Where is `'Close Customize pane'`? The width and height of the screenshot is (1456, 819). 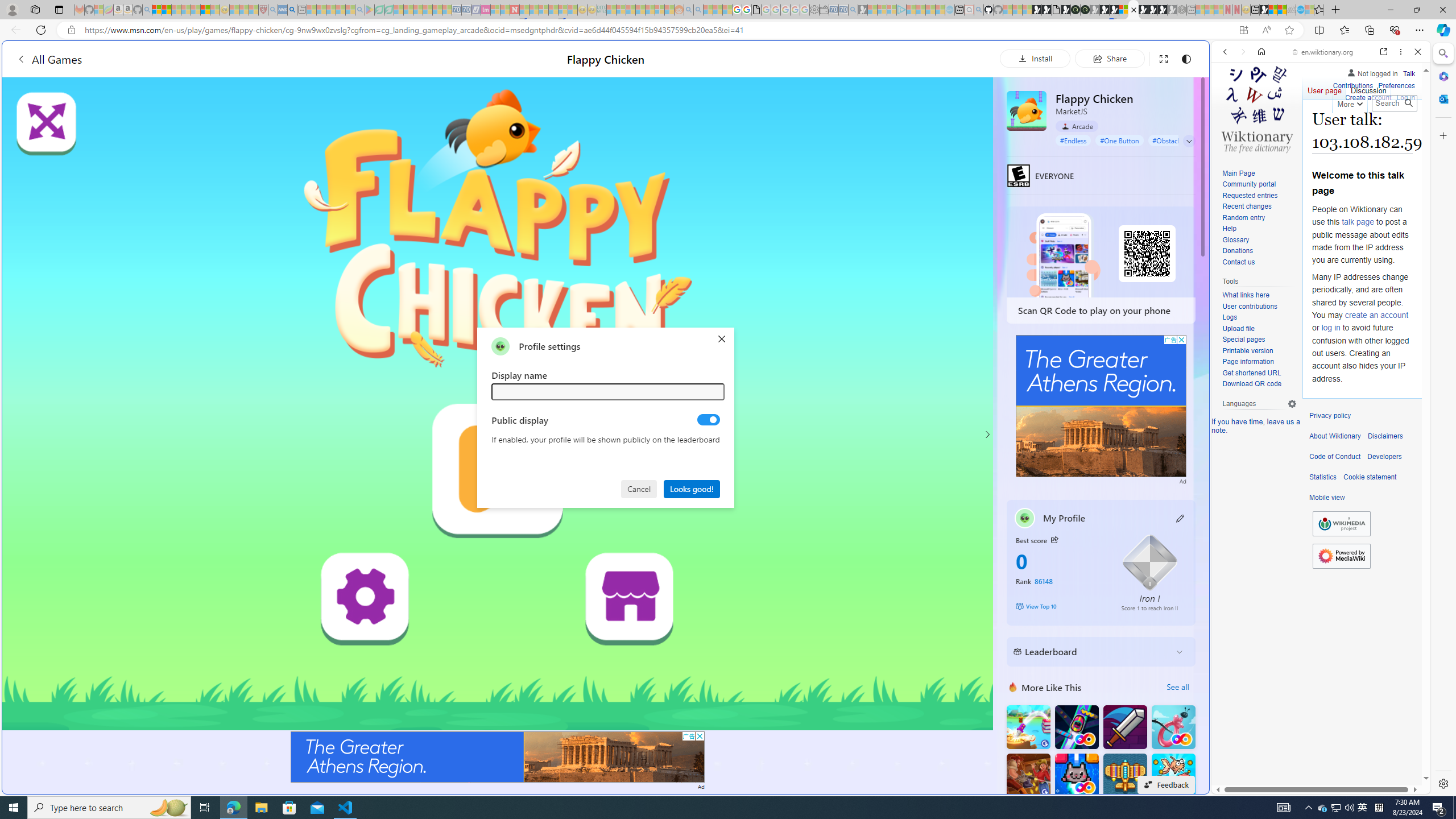
'Close Customize pane' is located at coordinates (1442, 135).